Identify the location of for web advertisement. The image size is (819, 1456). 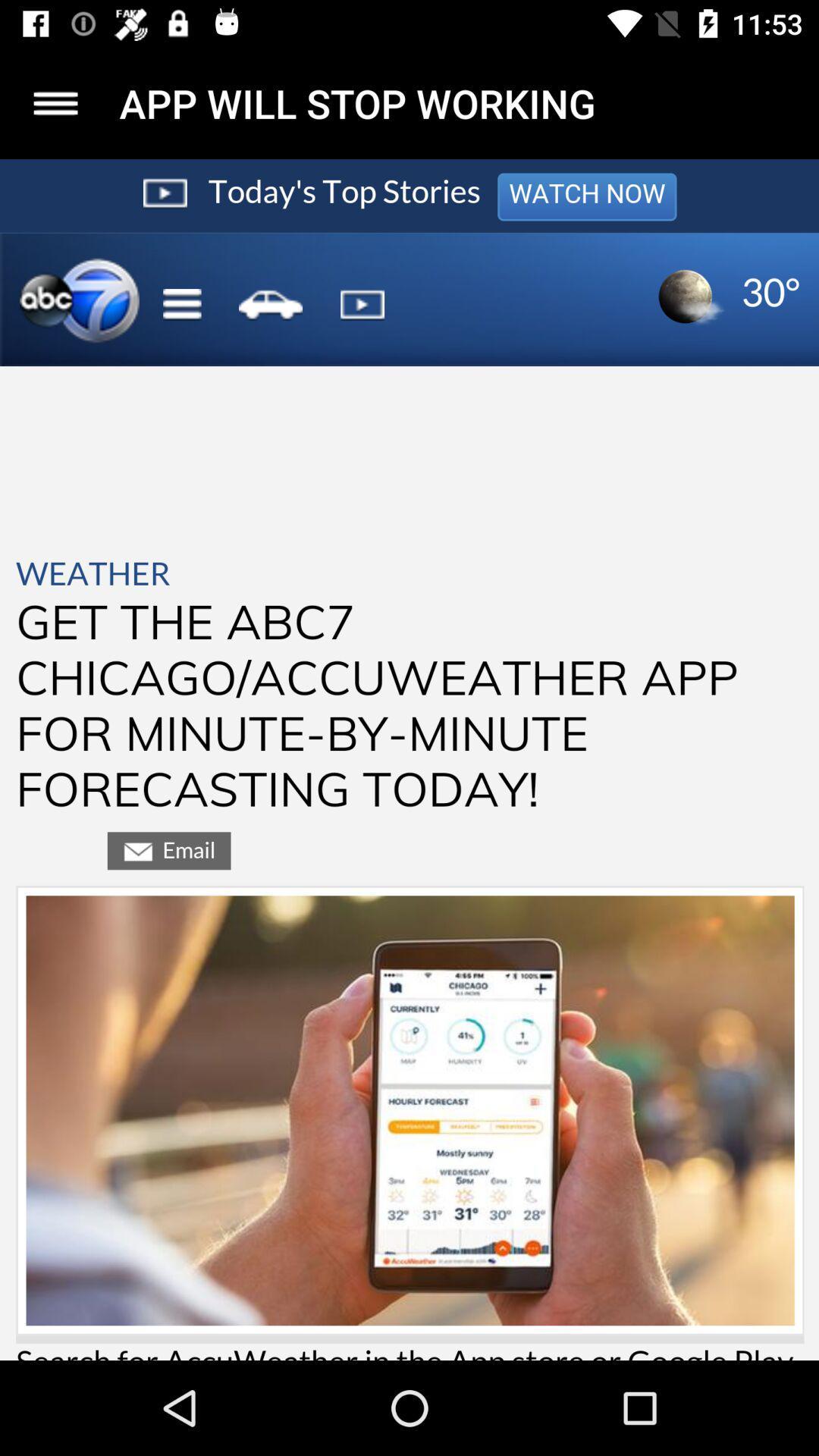
(409, 760).